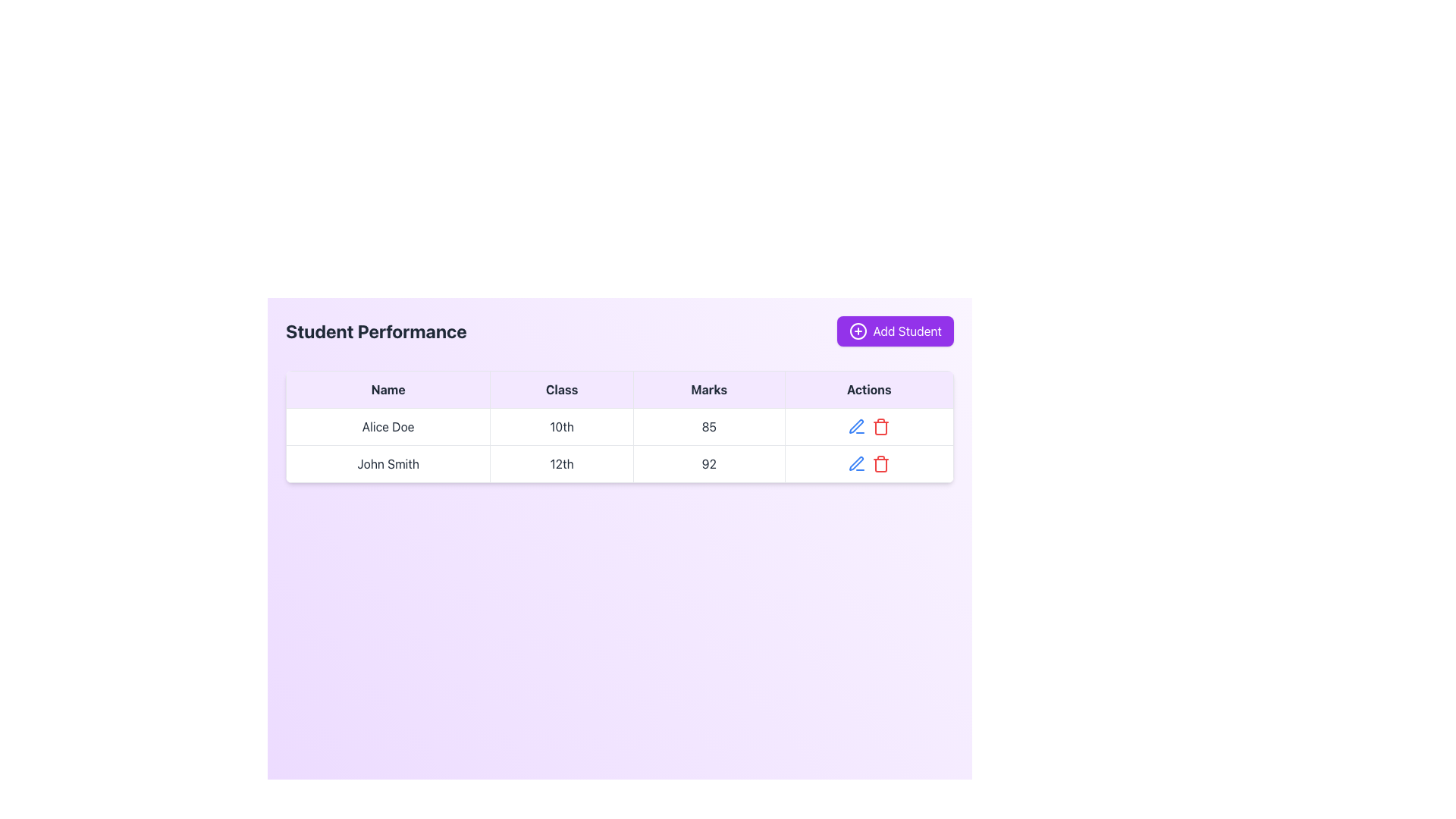  Describe the element at coordinates (561, 463) in the screenshot. I see `the text cell displaying the grade level '12th' for student 'John Smith'` at that location.